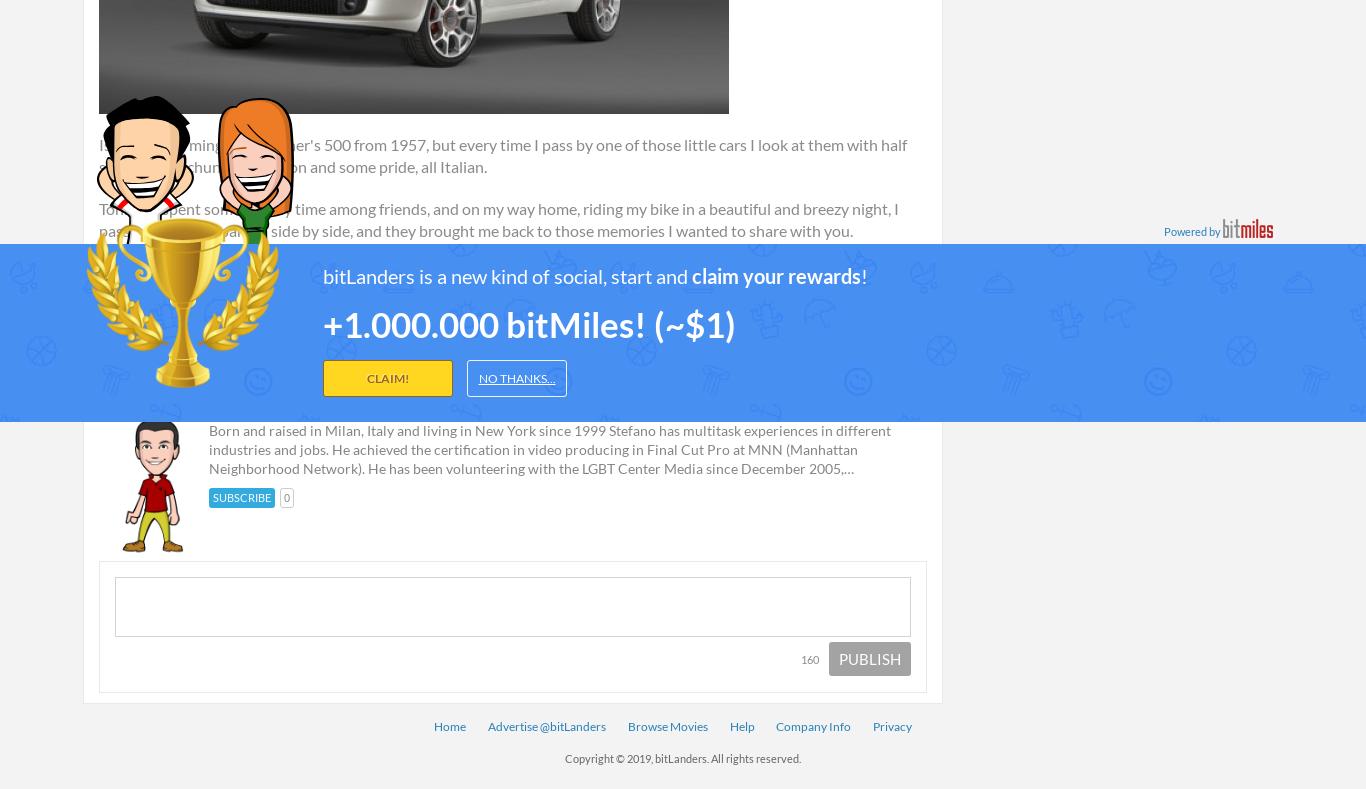 The width and height of the screenshot is (1366, 789). What do you see at coordinates (545, 726) in the screenshot?
I see `'Advertise @bitLanders'` at bounding box center [545, 726].